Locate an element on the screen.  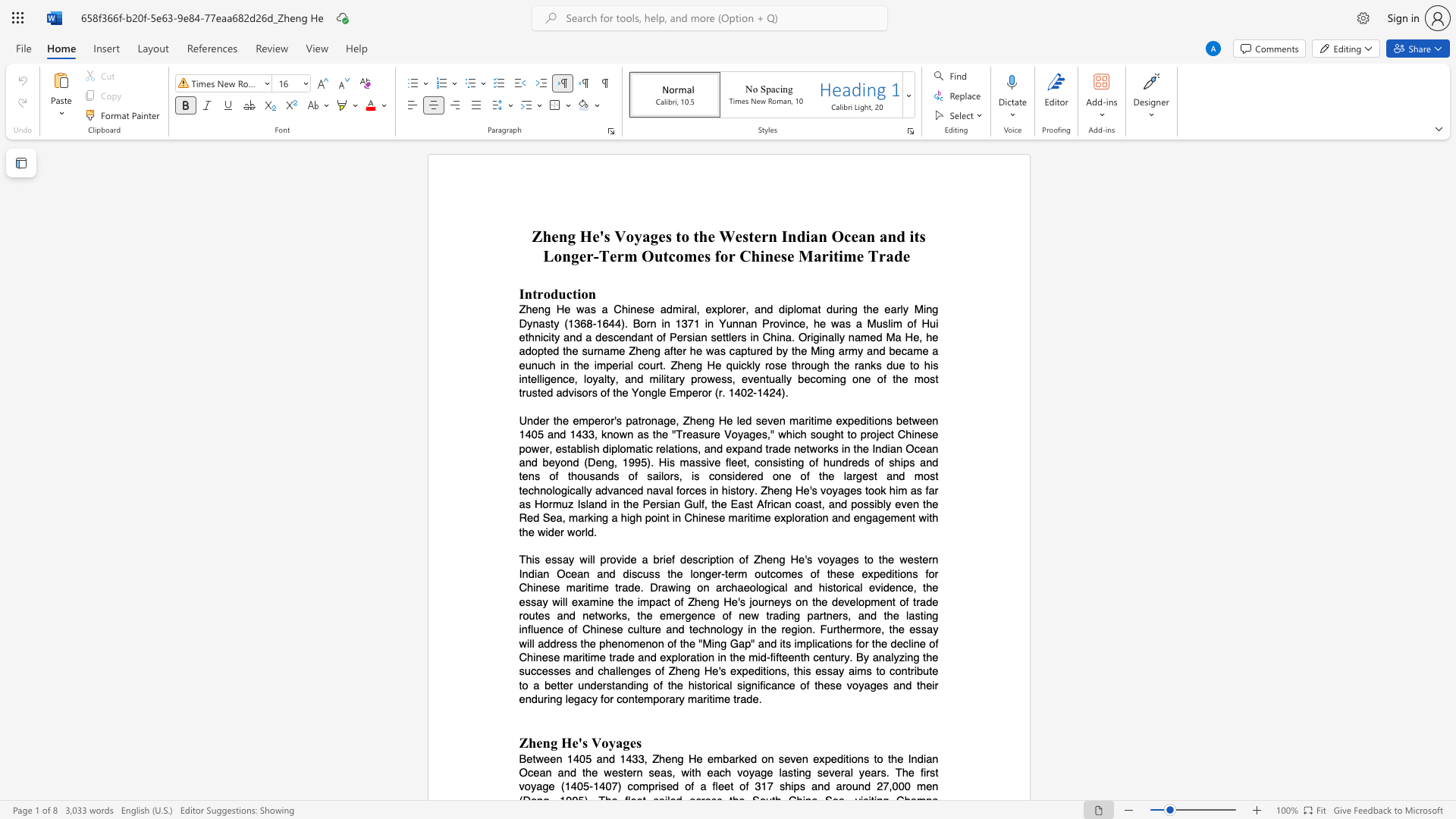
the subset text "n seven exped" within the text "Between 1405 and 1433, Zheng He embarked on seven expeditions to the Indian Ocean and the western seas, with each voyage lasting several years. The first voyage (1405-1407)" is located at coordinates (767, 758).